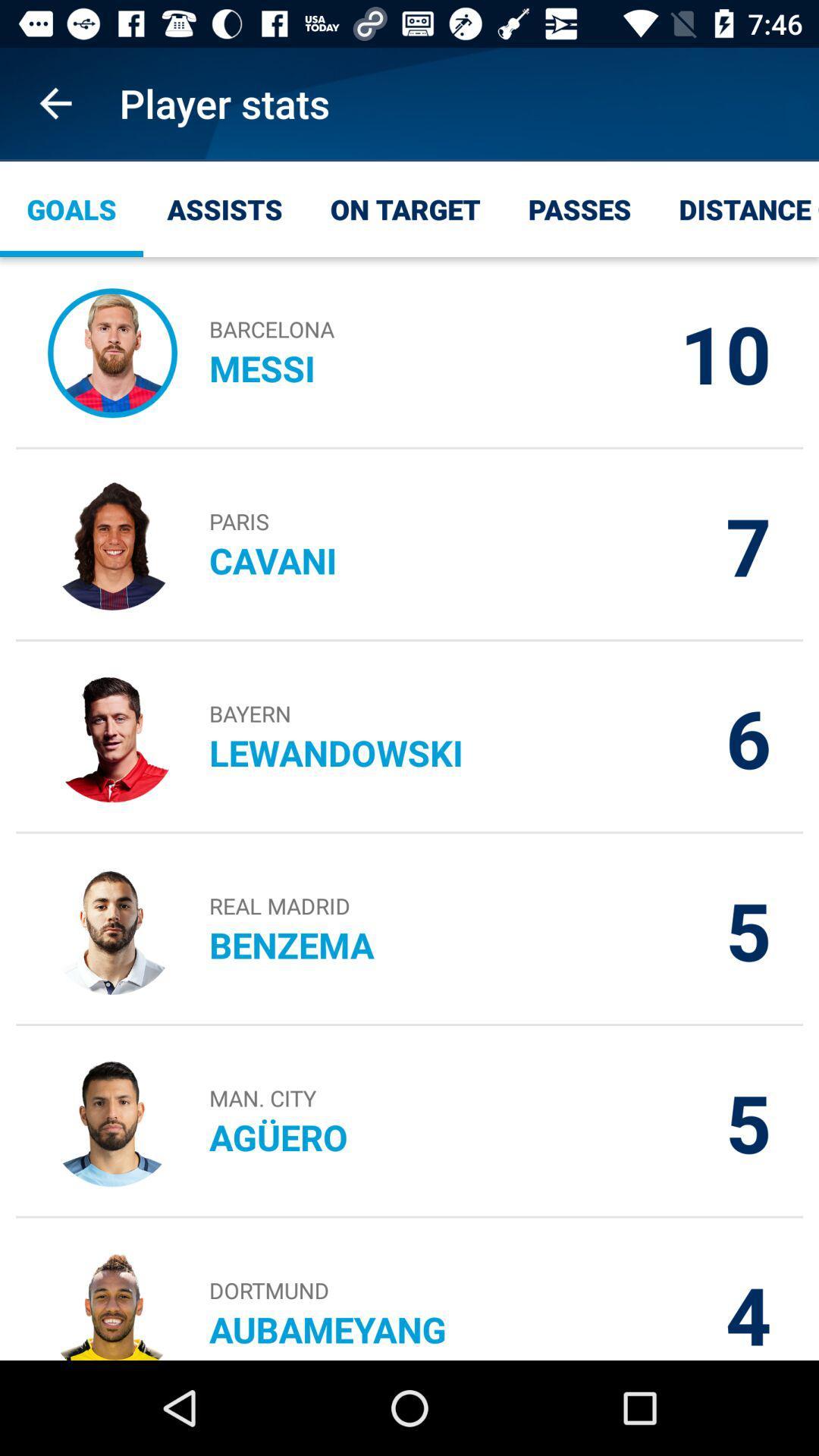 The width and height of the screenshot is (819, 1456). What do you see at coordinates (55, 102) in the screenshot?
I see `icon next to player stats app` at bounding box center [55, 102].